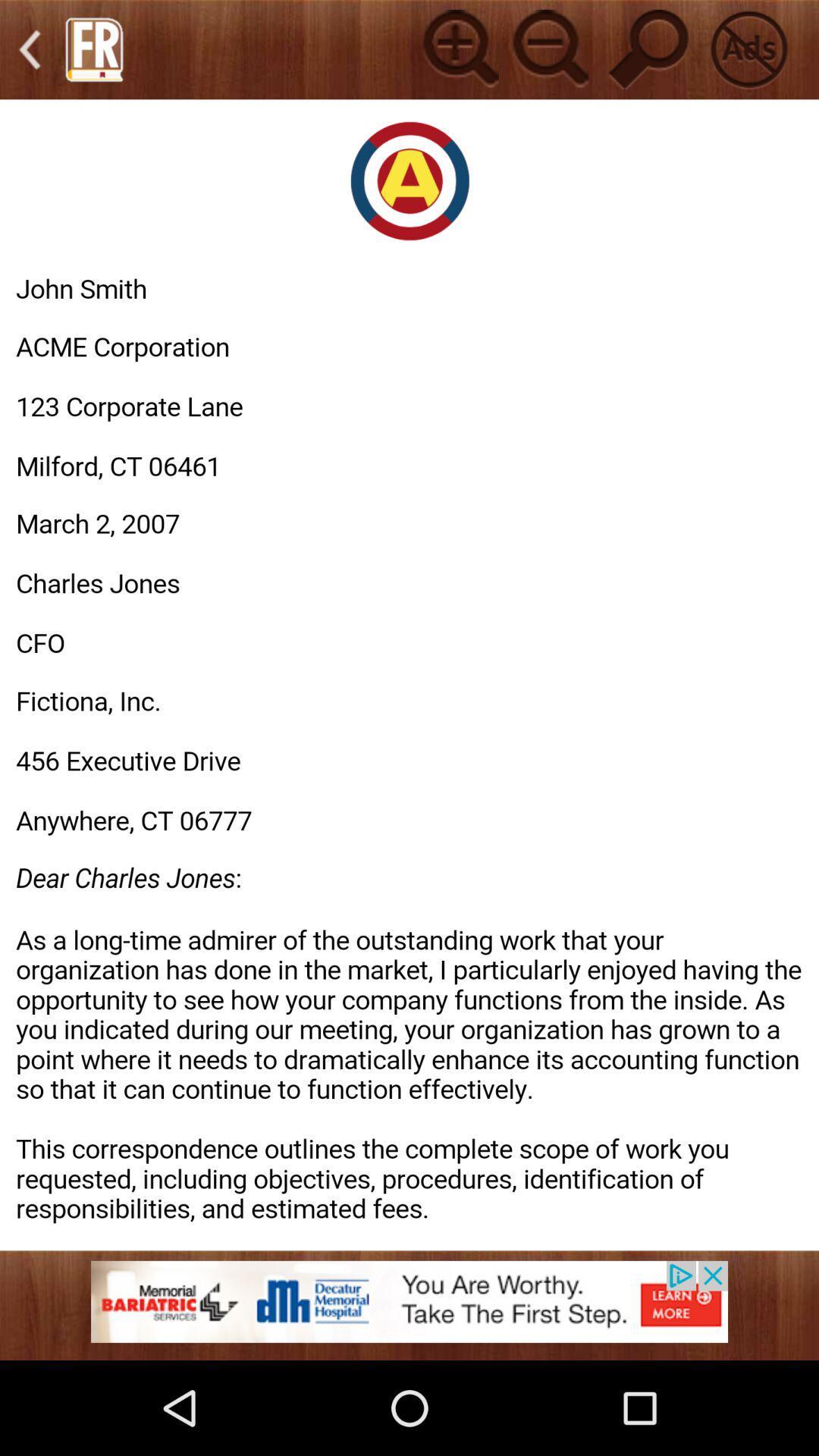  Describe the element at coordinates (748, 52) in the screenshot. I see `the avatar icon` at that location.